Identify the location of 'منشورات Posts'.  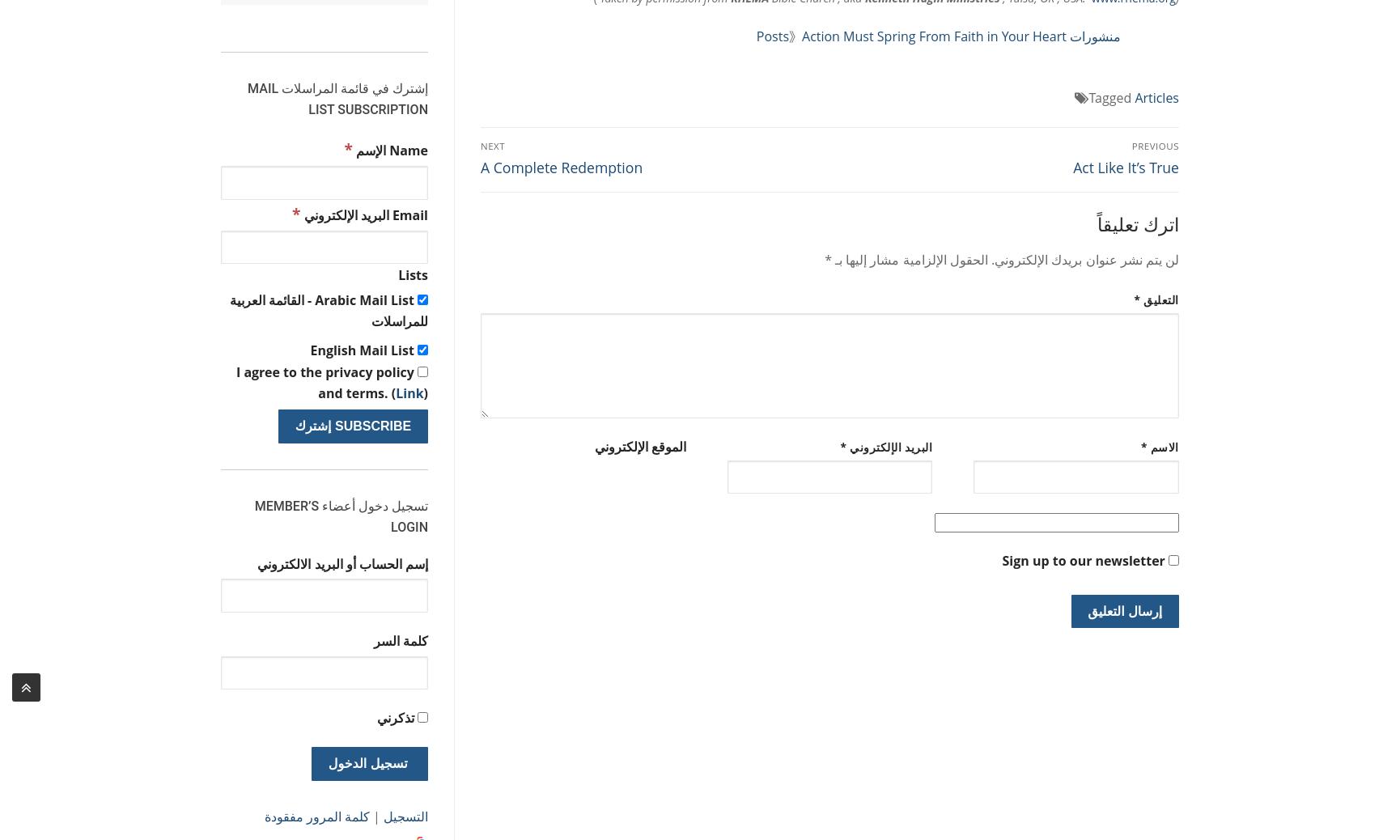
(938, 36).